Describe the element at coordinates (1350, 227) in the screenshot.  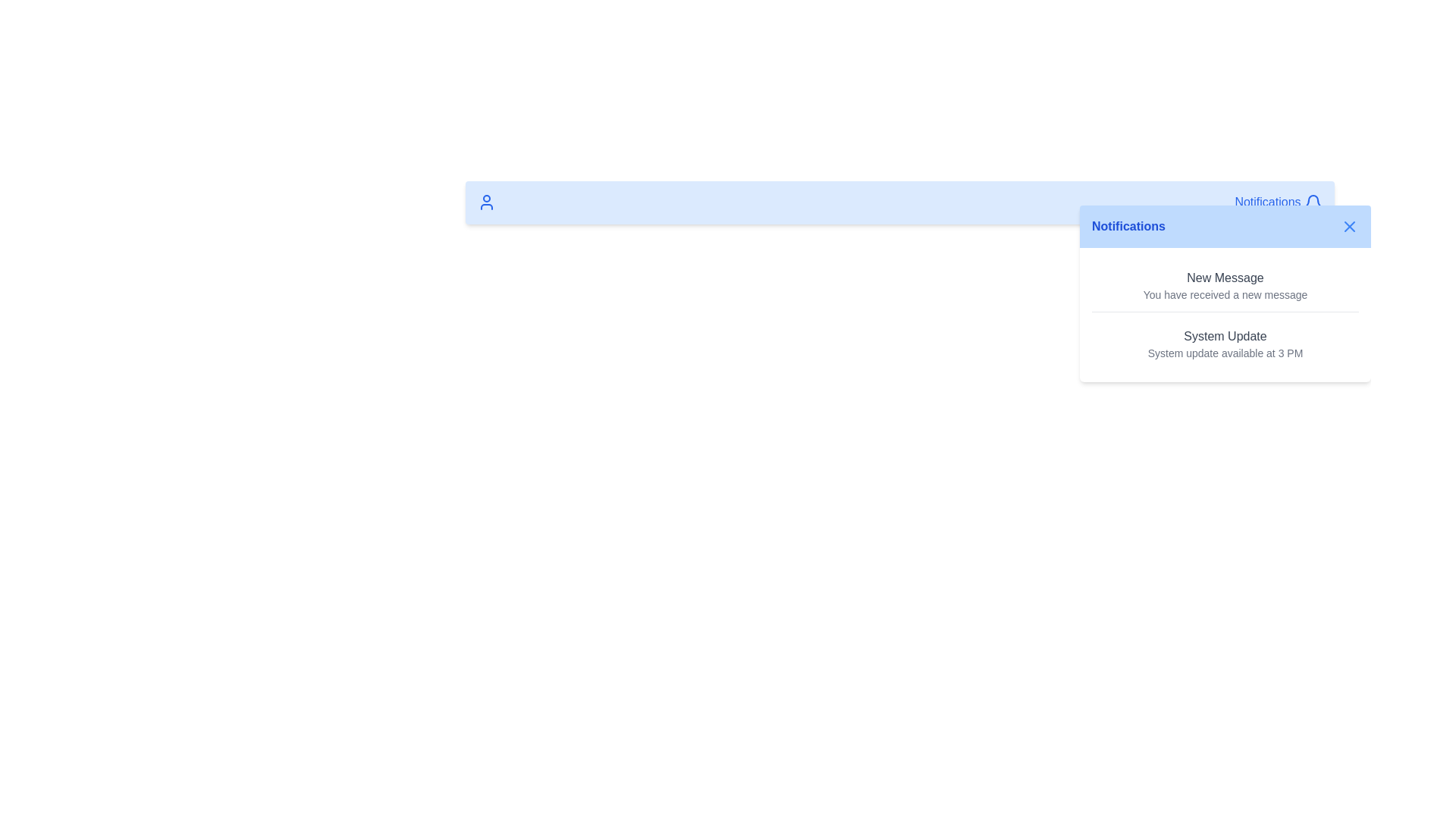
I see `the close button on the right end of the 'Notifications' header bar` at that location.